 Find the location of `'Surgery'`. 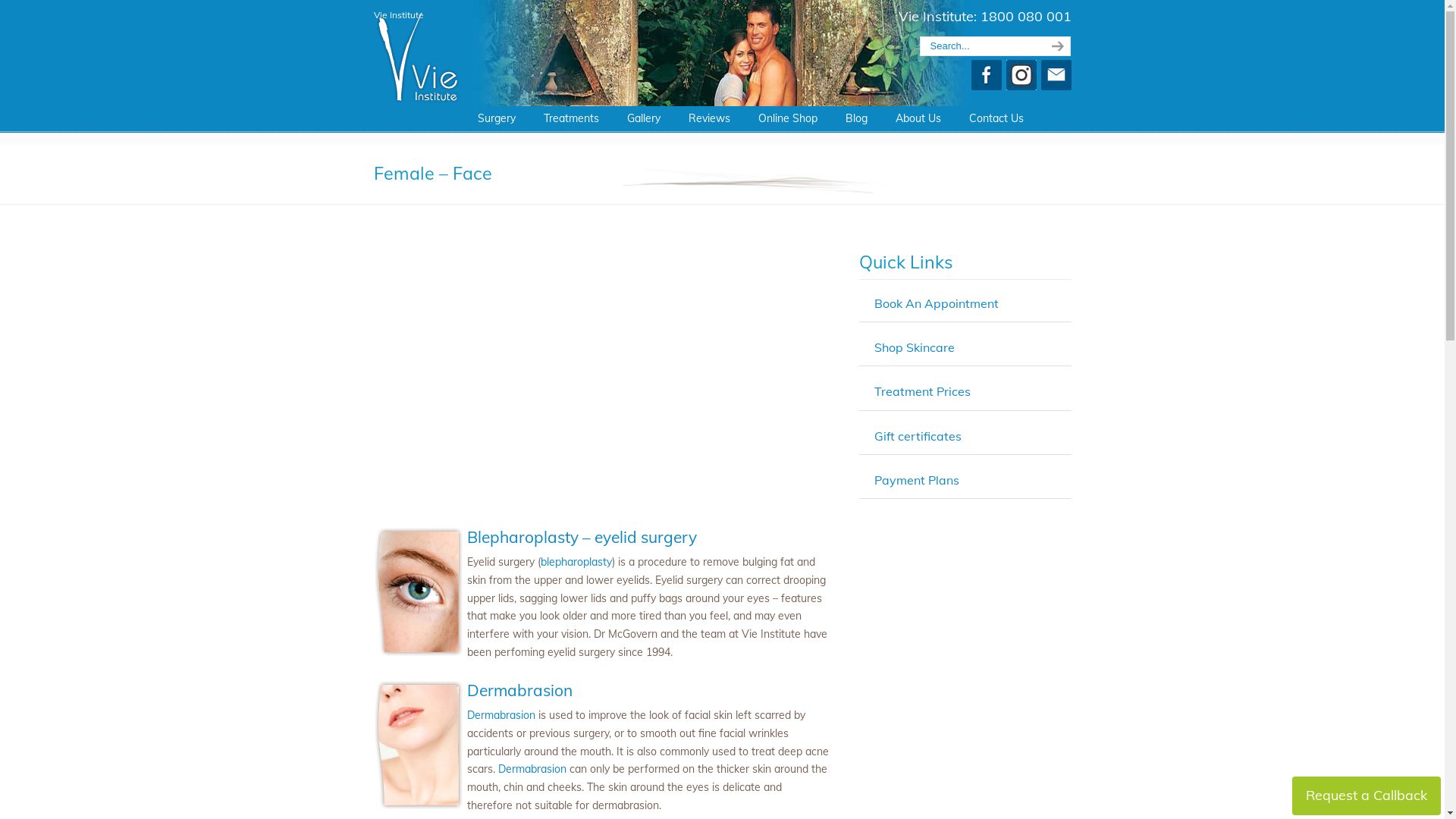

'Surgery' is located at coordinates (496, 117).